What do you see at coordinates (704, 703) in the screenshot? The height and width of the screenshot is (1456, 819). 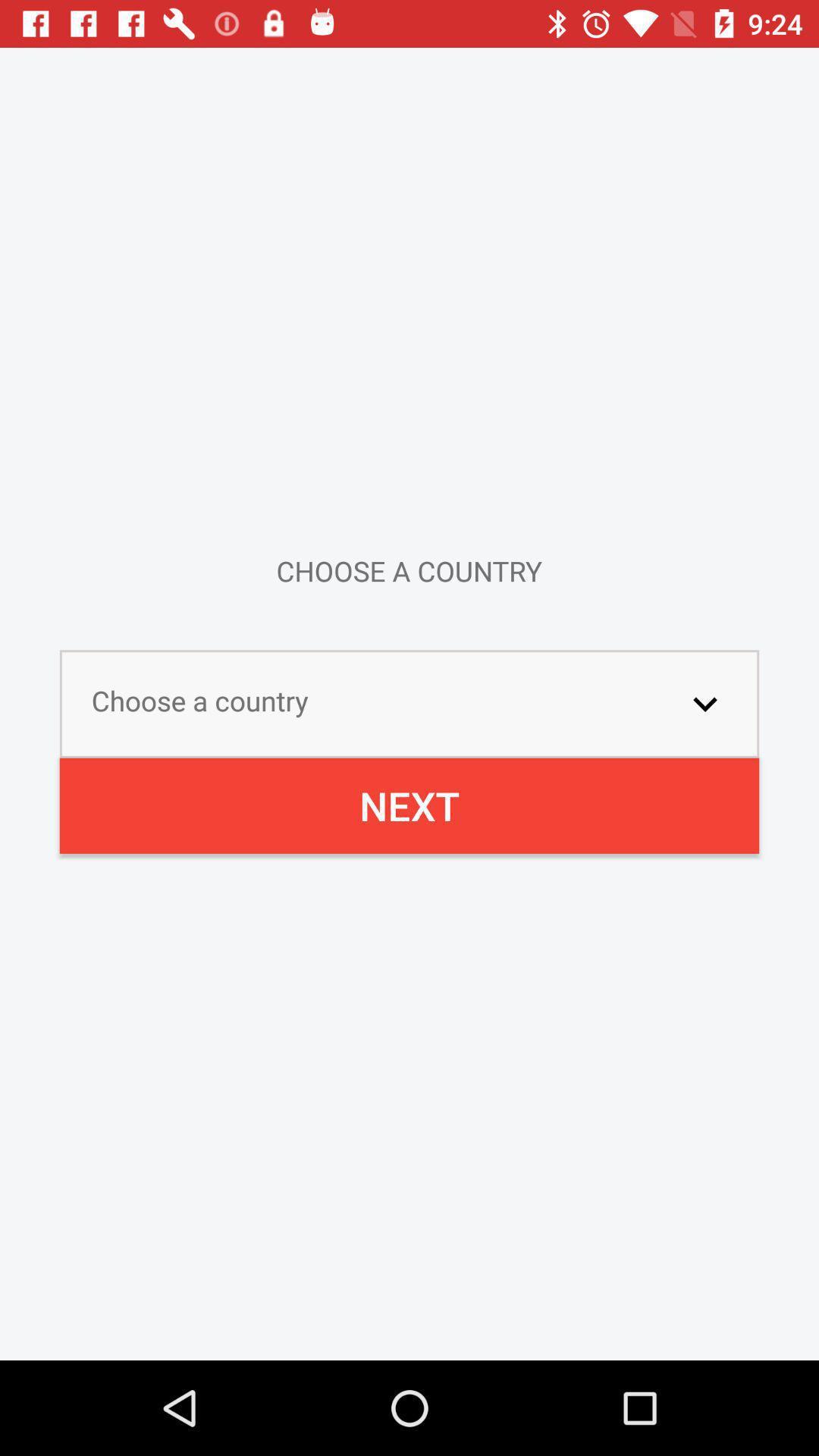 I see `the expand_more icon` at bounding box center [704, 703].